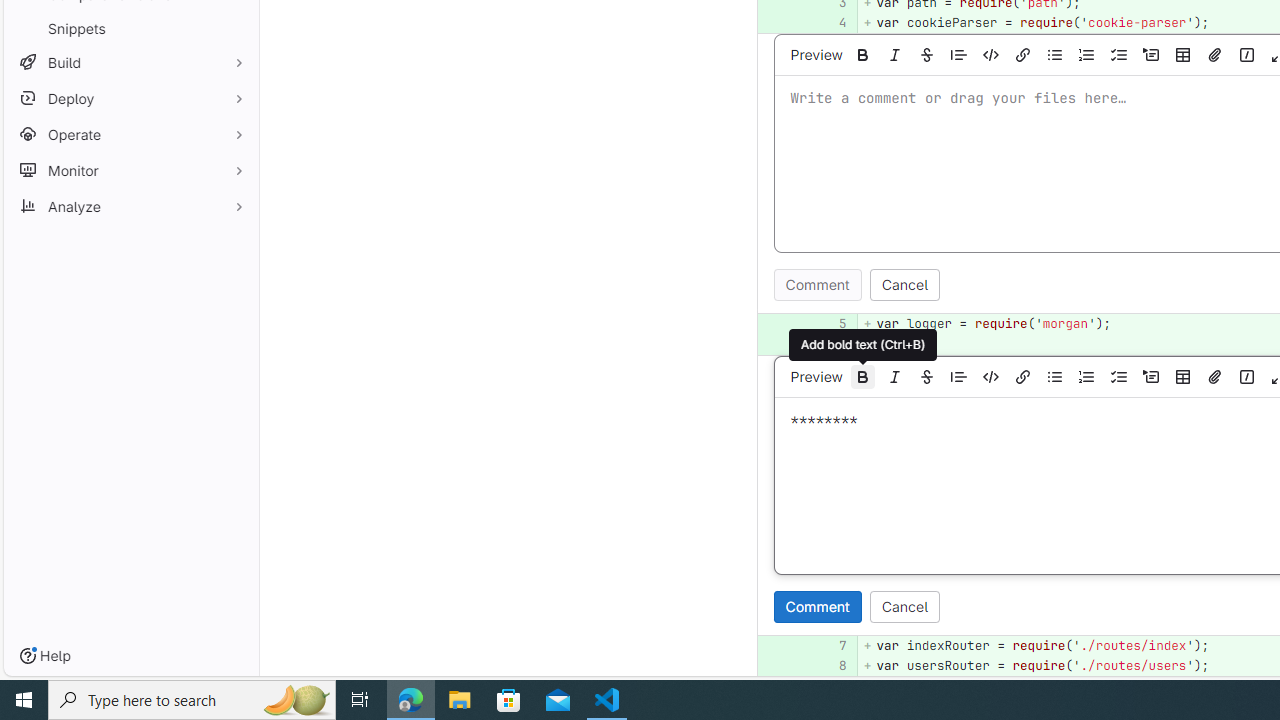 This screenshot has height=720, width=1280. I want to click on 'Insert a quote', so click(958, 376).